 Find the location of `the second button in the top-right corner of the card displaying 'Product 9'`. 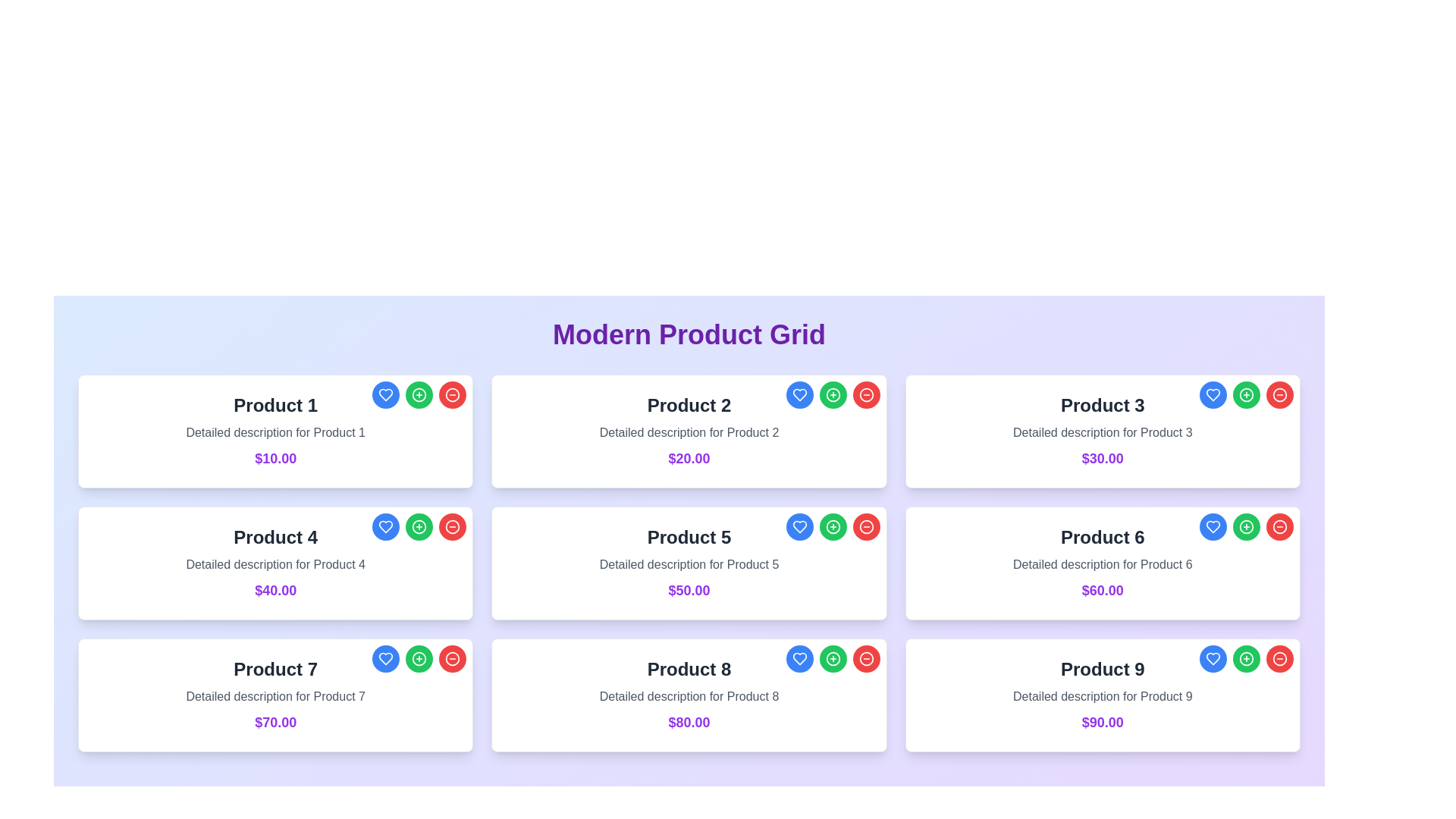

the second button in the top-right corner of the card displaying 'Product 9' is located at coordinates (1246, 657).